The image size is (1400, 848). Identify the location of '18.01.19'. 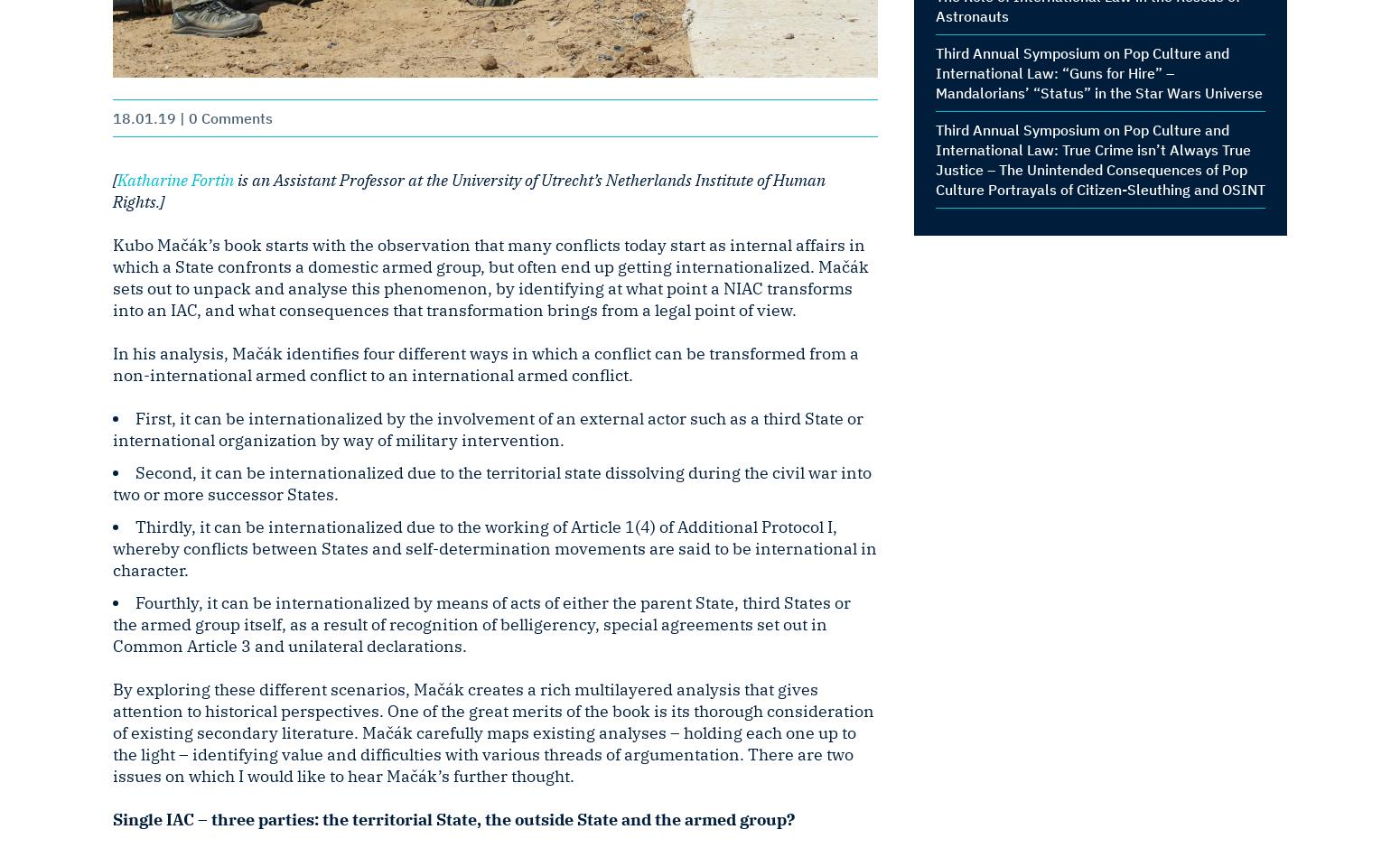
(143, 116).